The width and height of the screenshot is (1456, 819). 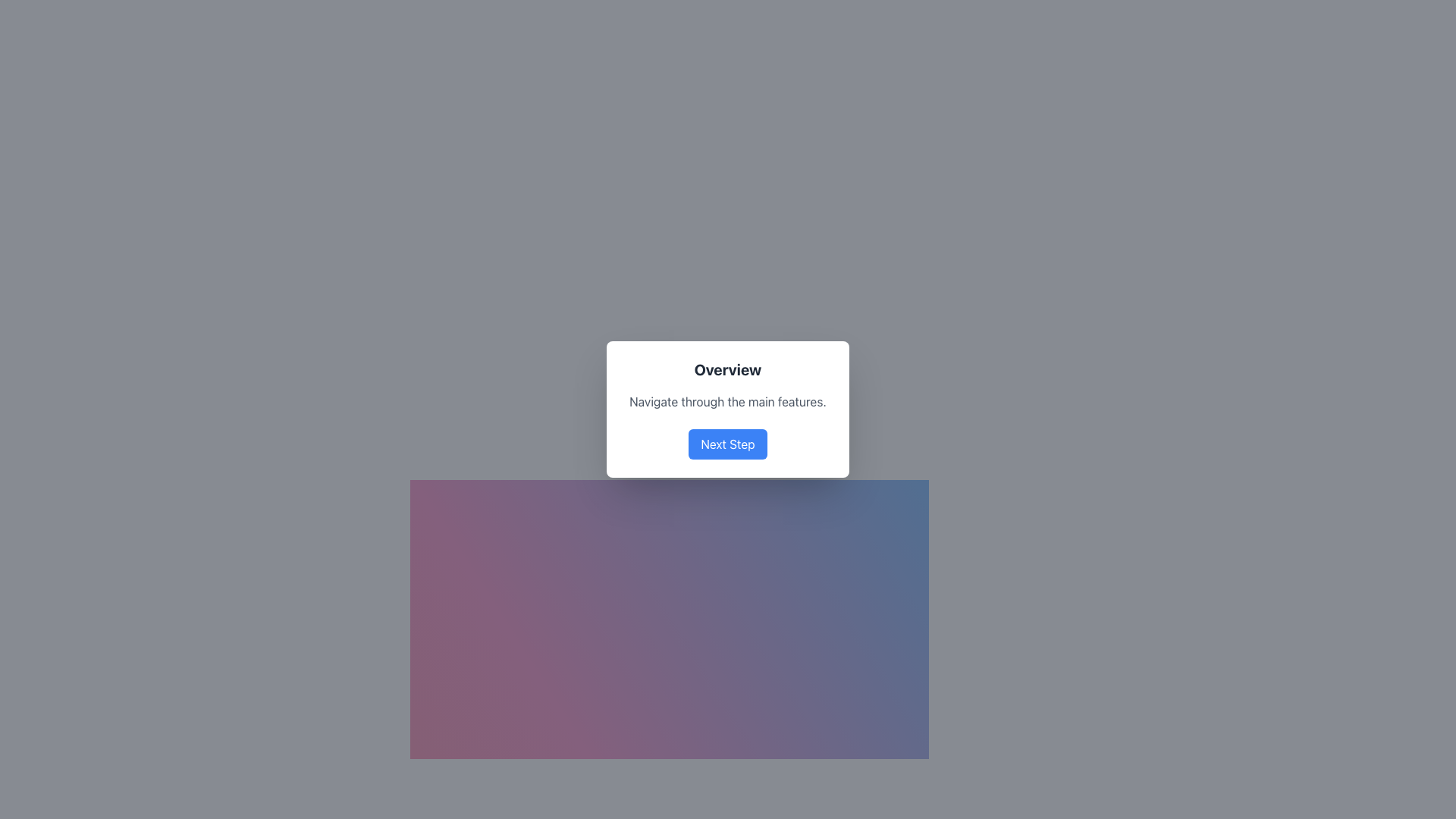 What do you see at coordinates (728, 444) in the screenshot?
I see `the 'Next Step' button, which is a rectangular button with a blue background and white text, to proceed to the next step` at bounding box center [728, 444].